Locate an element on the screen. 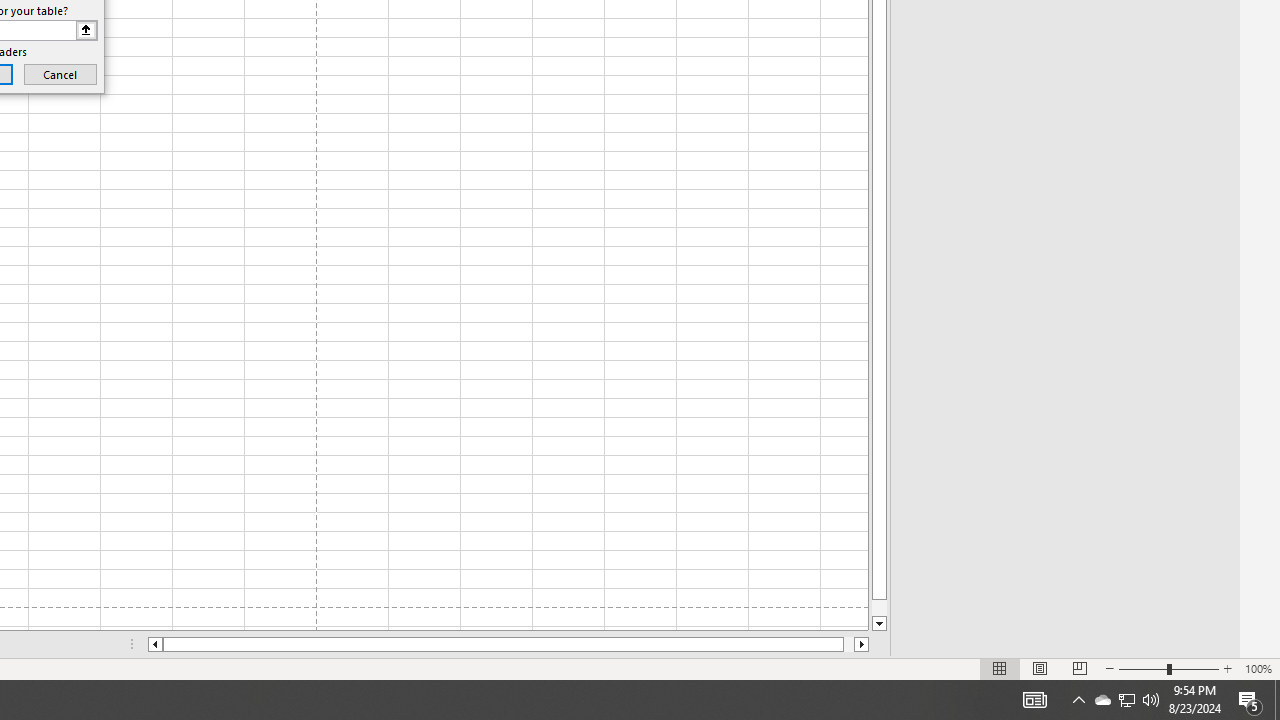 The height and width of the screenshot is (720, 1280). 'Class: NetUIScrollBar' is located at coordinates (508, 644).